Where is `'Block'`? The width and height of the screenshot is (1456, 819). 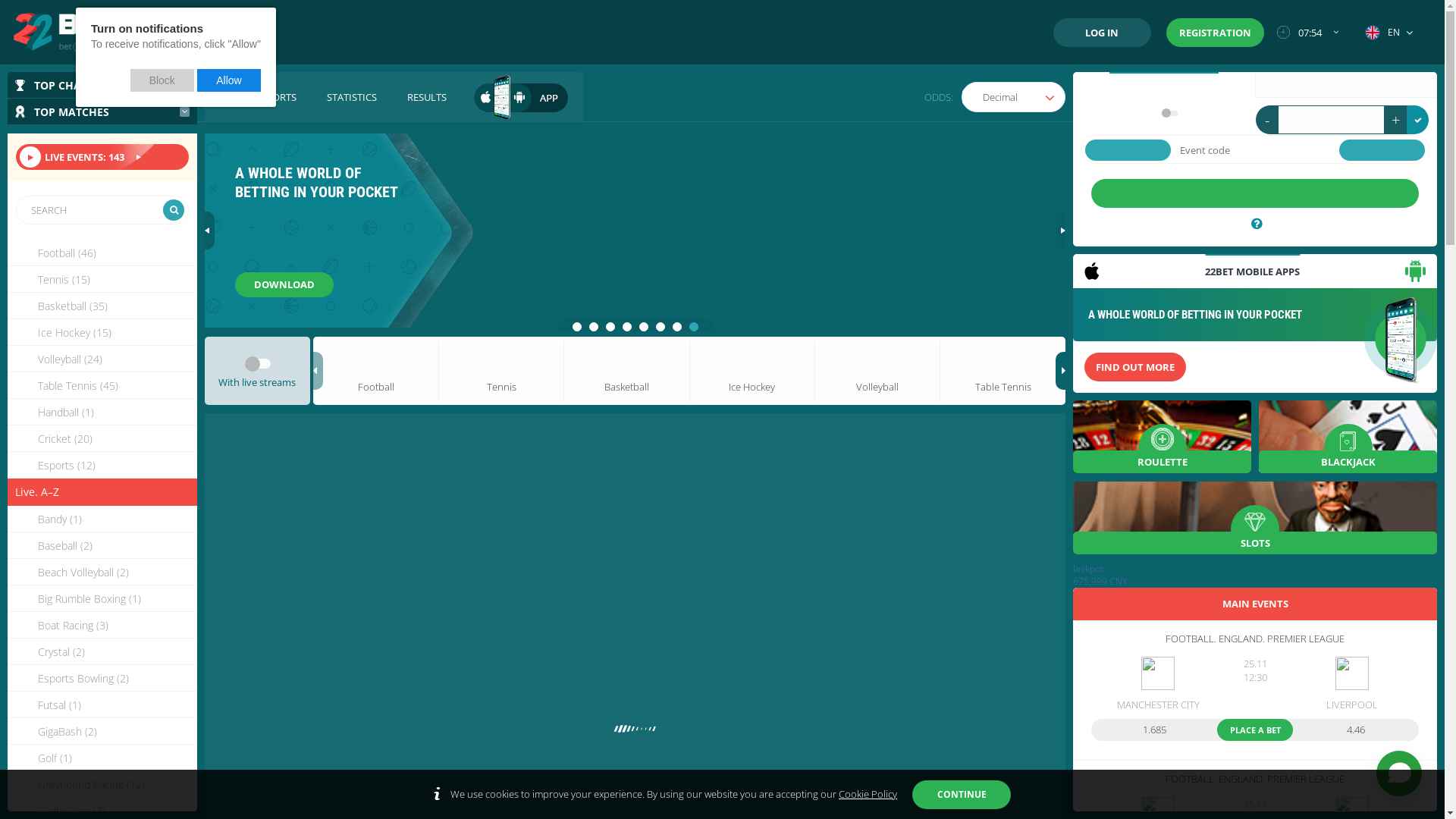
'Block' is located at coordinates (162, 80).